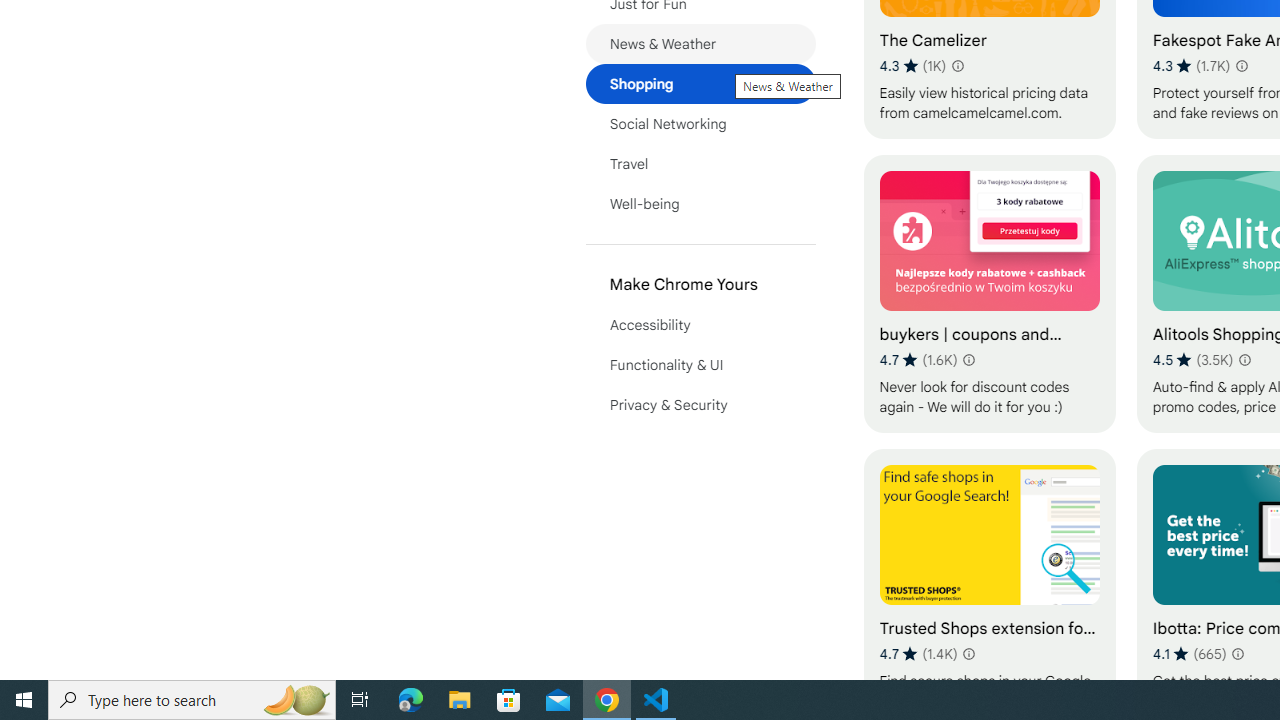 The width and height of the screenshot is (1280, 720). What do you see at coordinates (917, 360) in the screenshot?
I see `'Average rating 4.7 out of 5 stars. 1.6K ratings.'` at bounding box center [917, 360].